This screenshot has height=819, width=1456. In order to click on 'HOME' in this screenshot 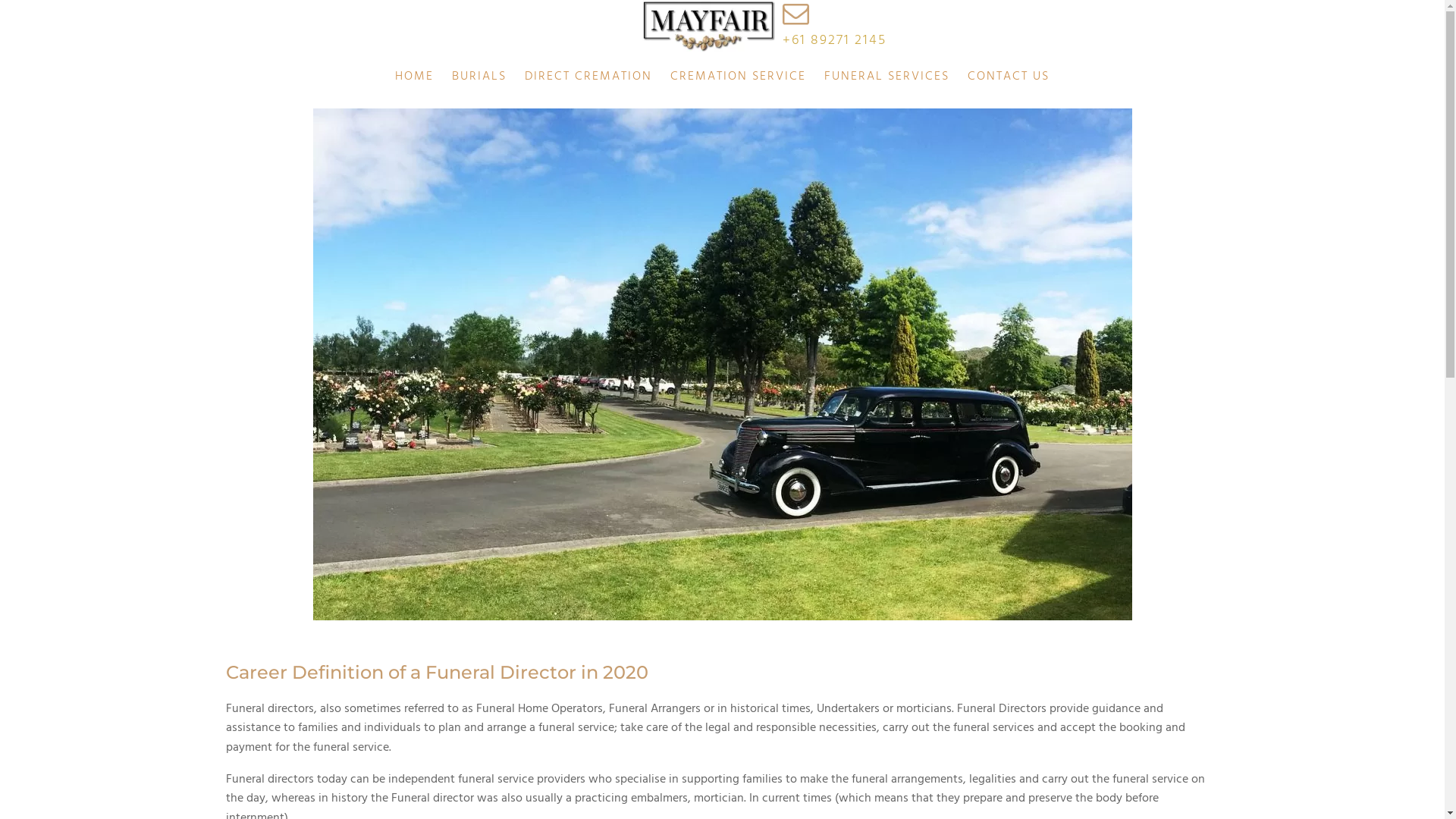, I will do `click(385, 77)`.